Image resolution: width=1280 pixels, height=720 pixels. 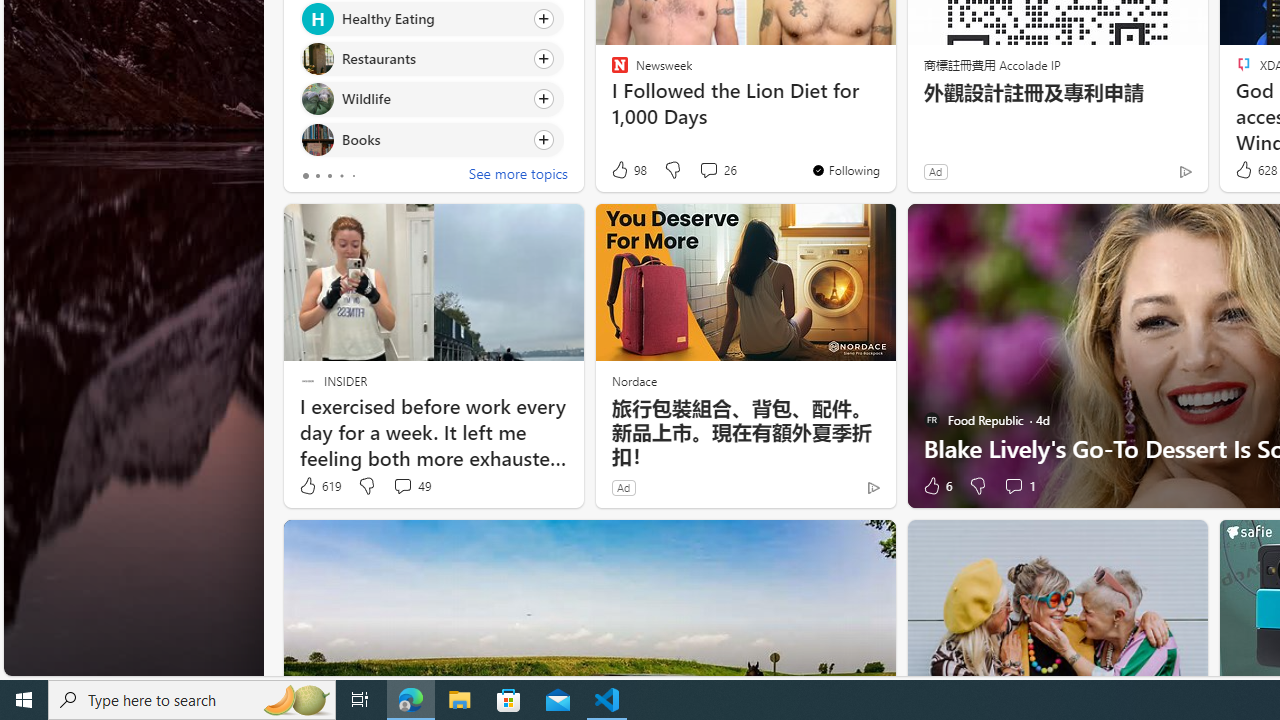 What do you see at coordinates (1019, 486) in the screenshot?
I see `'View comments 1 Comment'` at bounding box center [1019, 486].